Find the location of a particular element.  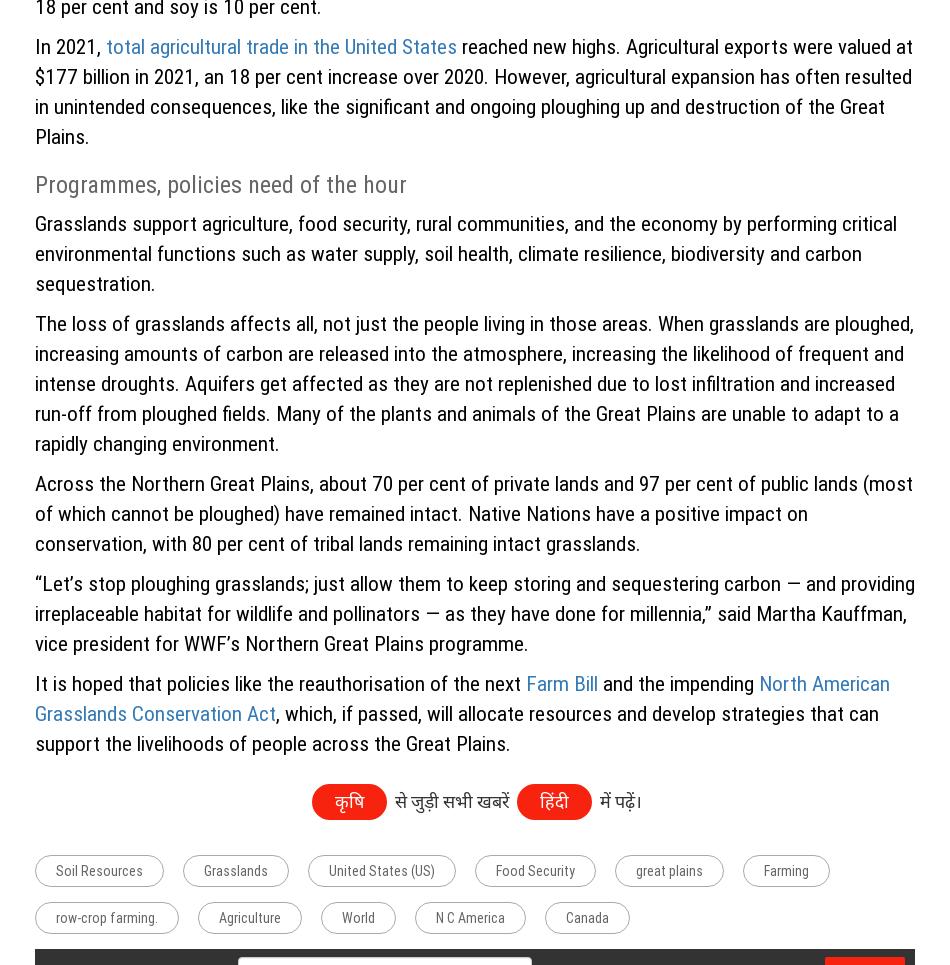

'In 2021,' is located at coordinates (34, 46).